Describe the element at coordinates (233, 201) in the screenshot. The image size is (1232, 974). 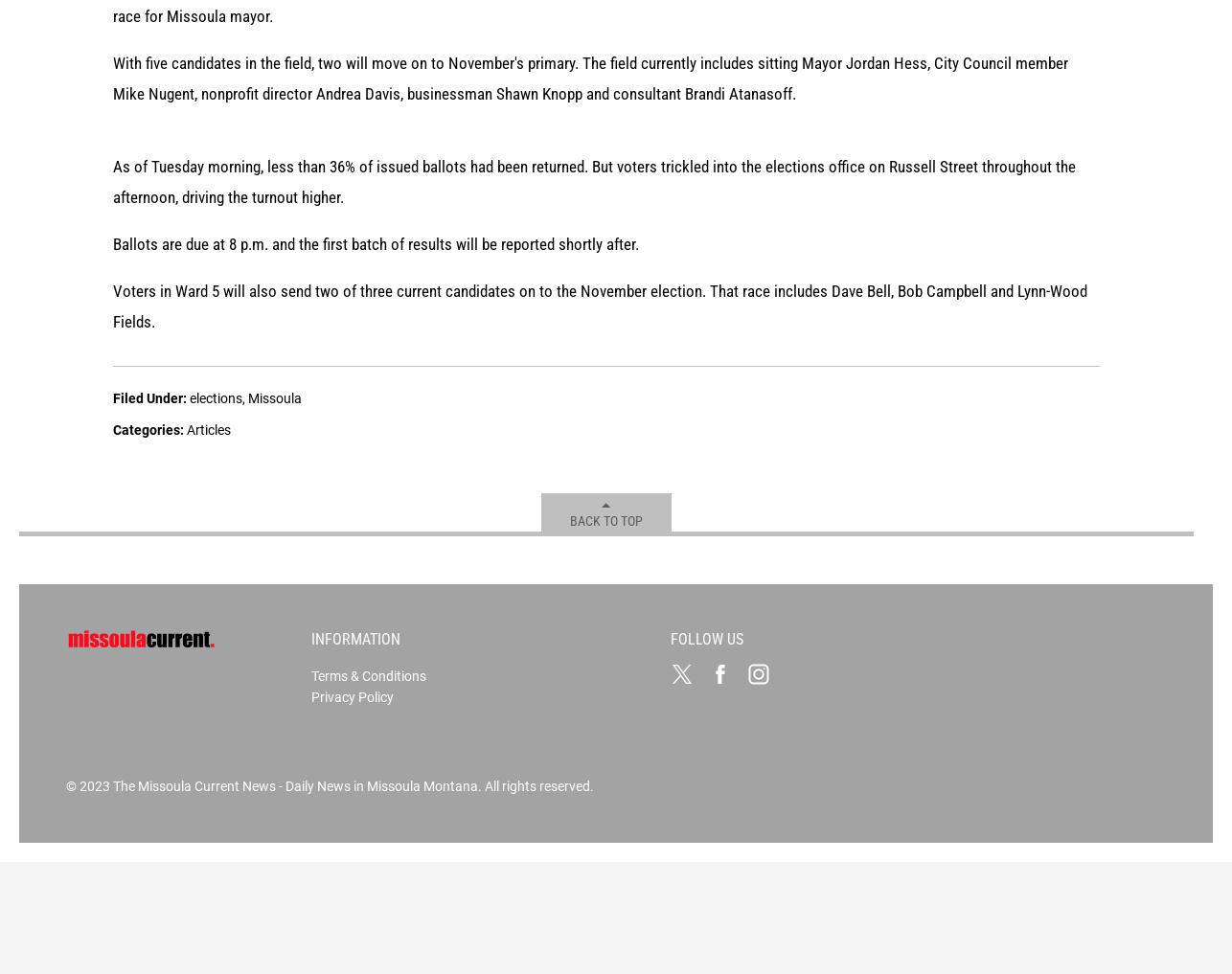
I see `'Share on Facebook'` at that location.